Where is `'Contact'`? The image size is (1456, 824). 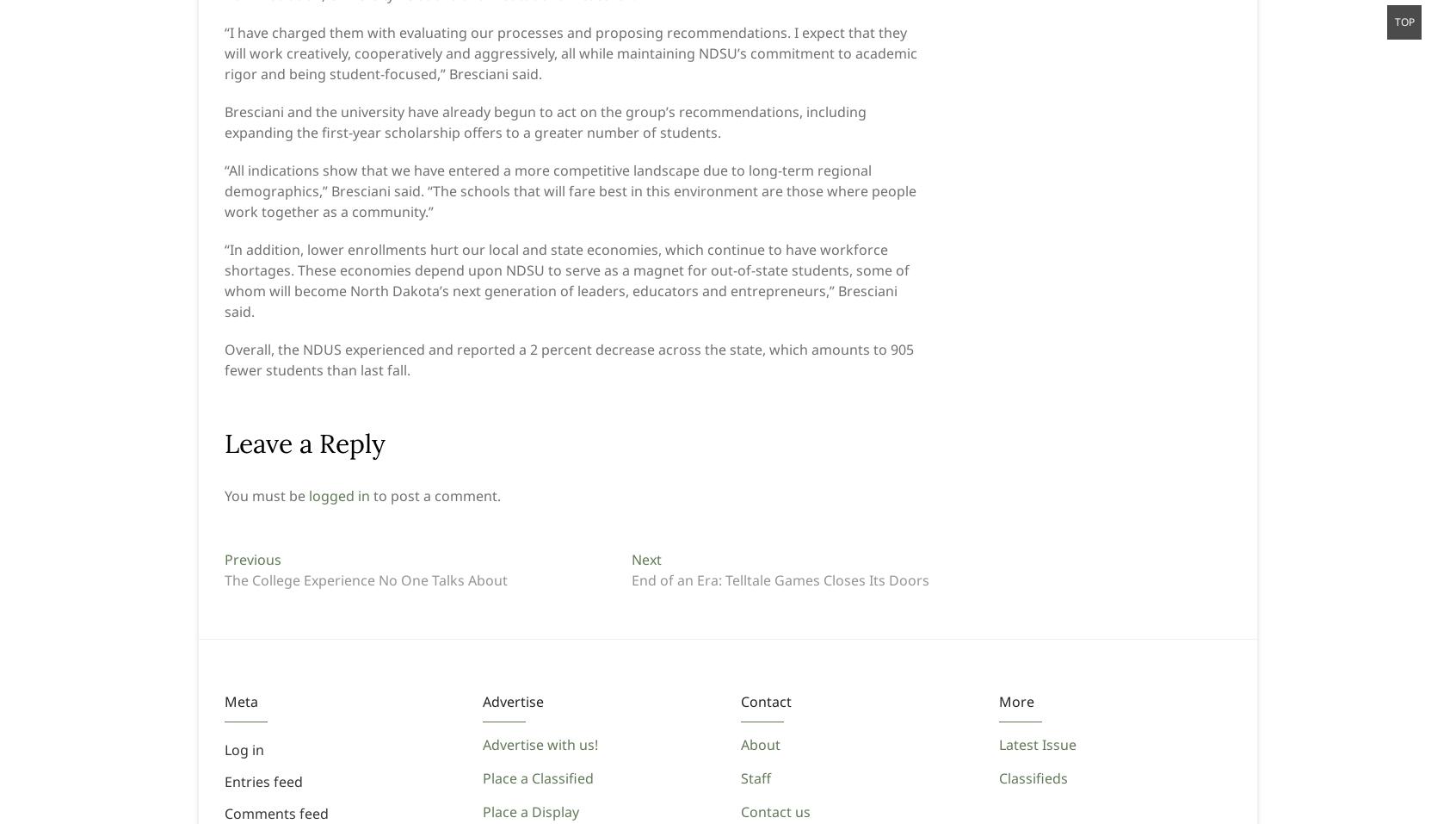 'Contact' is located at coordinates (765, 700).